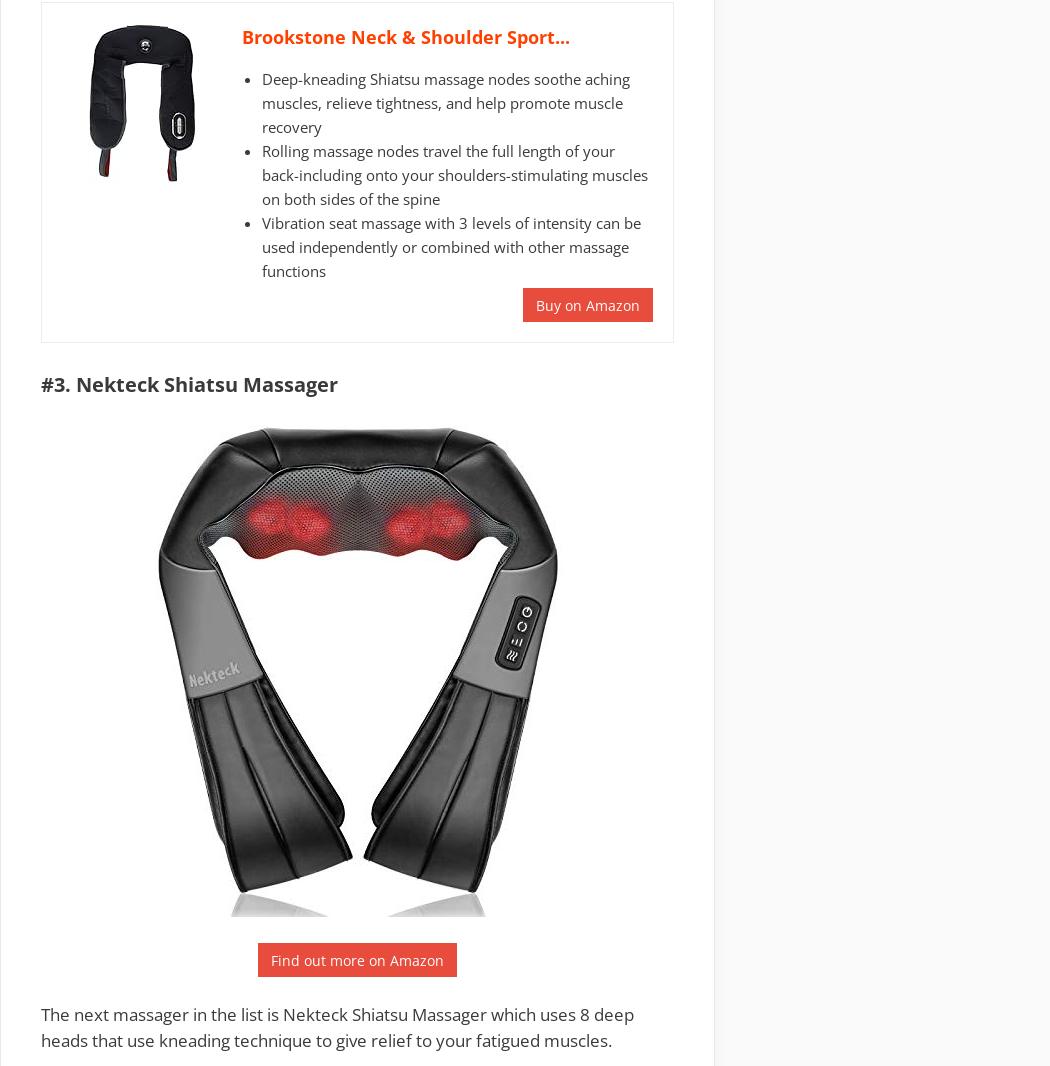 The image size is (1050, 1066). I want to click on 'Vibration seat massage with 3 levels of intensity can be used independently or combined with other massage functions', so click(451, 245).